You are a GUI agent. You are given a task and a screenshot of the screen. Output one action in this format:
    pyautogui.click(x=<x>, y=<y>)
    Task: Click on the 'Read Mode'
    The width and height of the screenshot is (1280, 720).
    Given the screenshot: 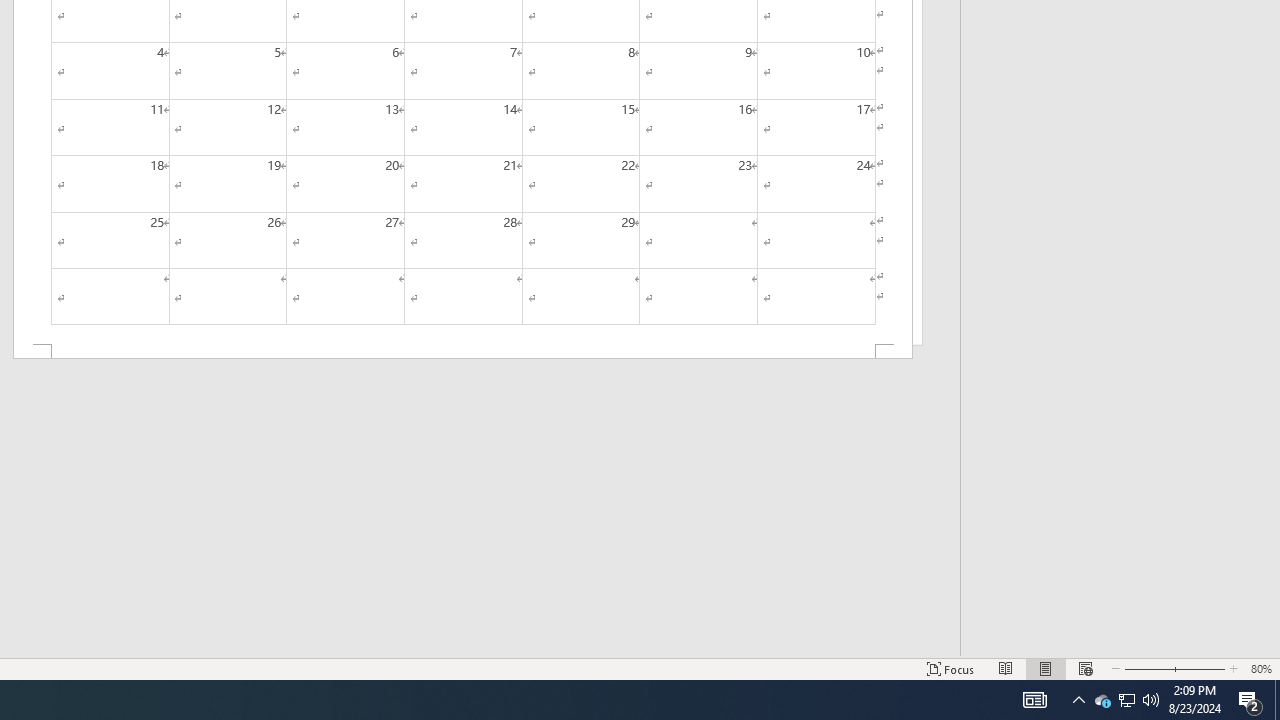 What is the action you would take?
    pyautogui.click(x=1006, y=669)
    